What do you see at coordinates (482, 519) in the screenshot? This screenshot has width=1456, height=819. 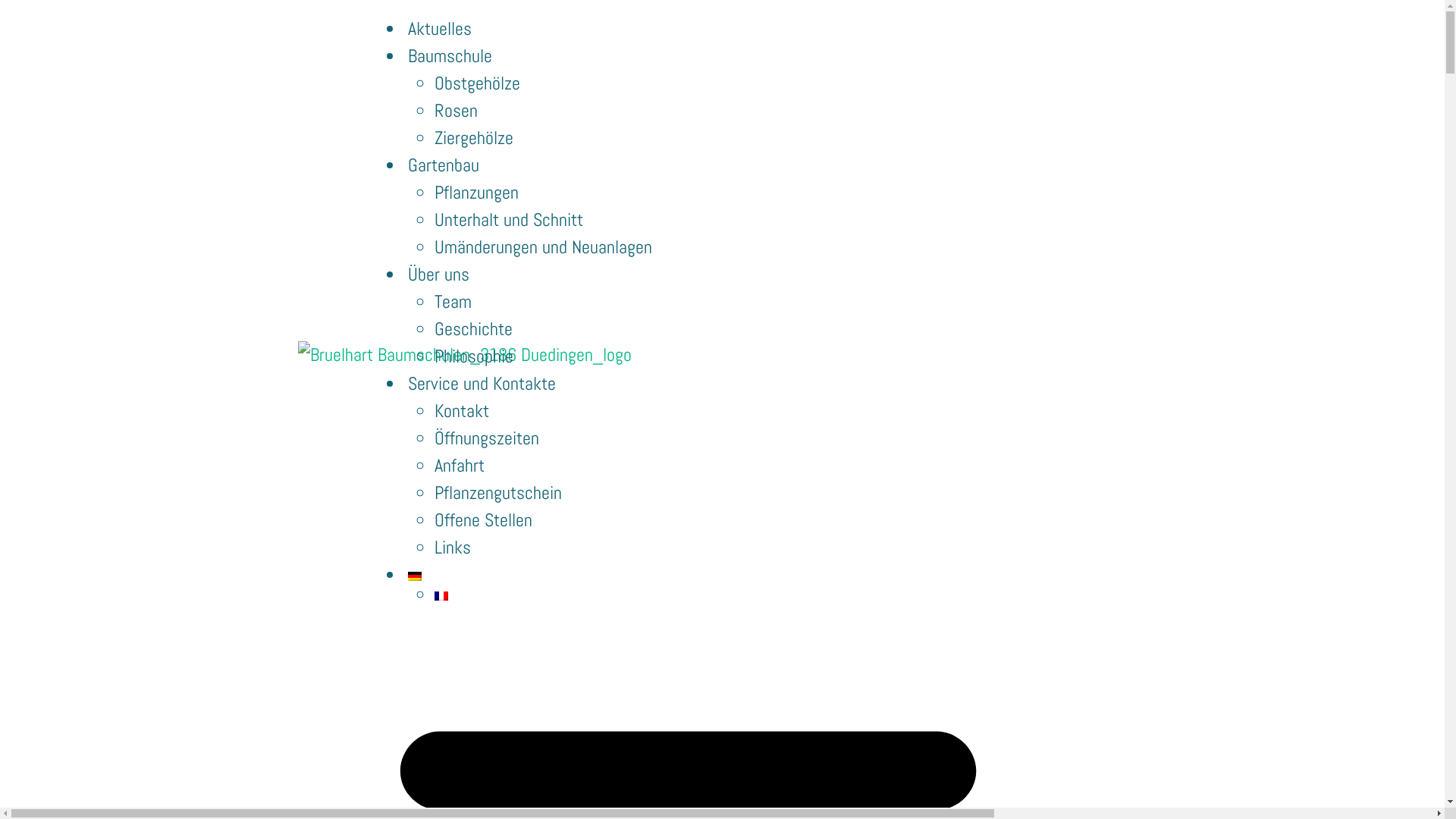 I see `'Offene Stellen'` at bounding box center [482, 519].